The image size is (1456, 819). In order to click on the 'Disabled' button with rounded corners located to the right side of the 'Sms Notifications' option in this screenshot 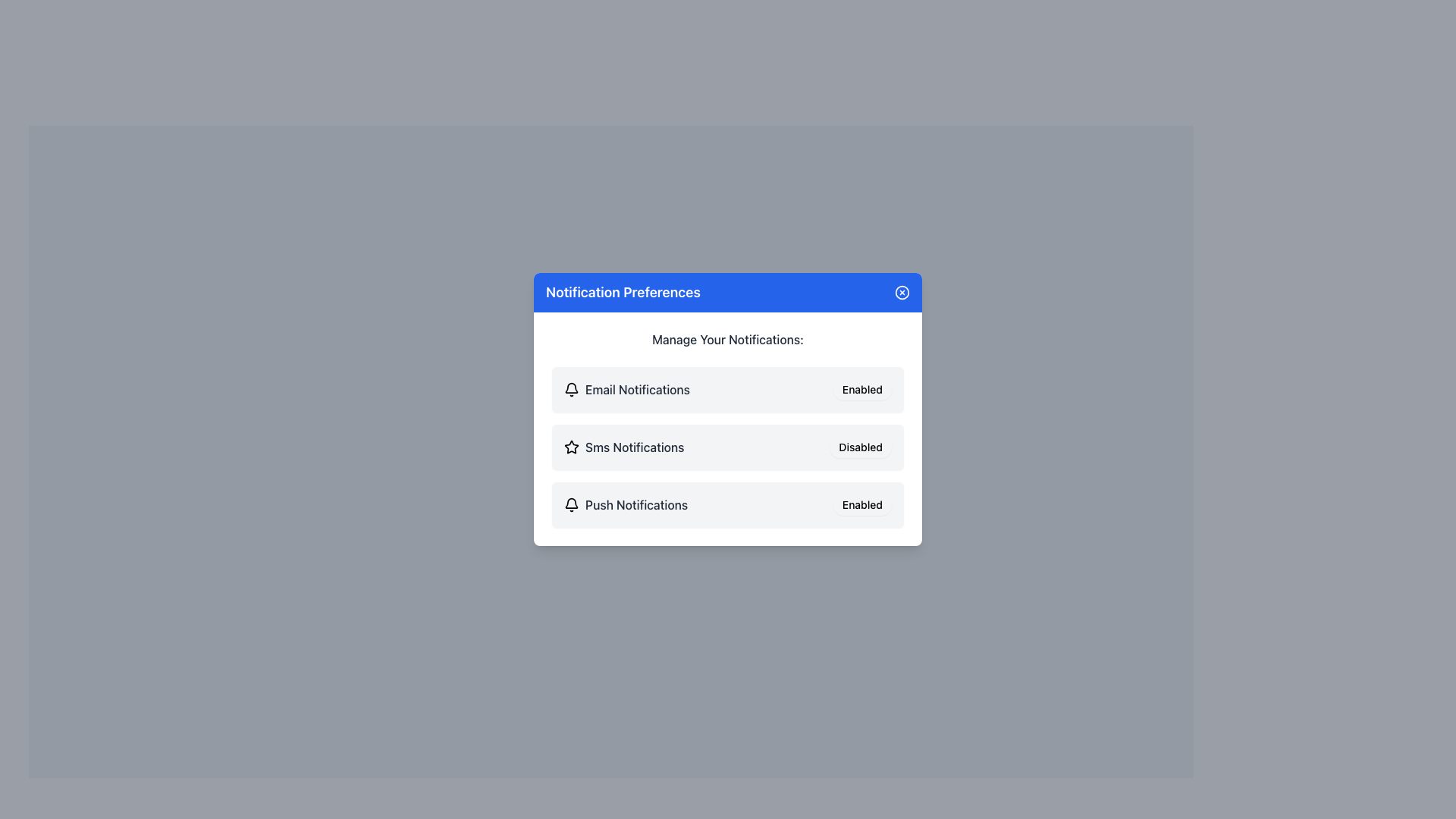, I will do `click(861, 447)`.